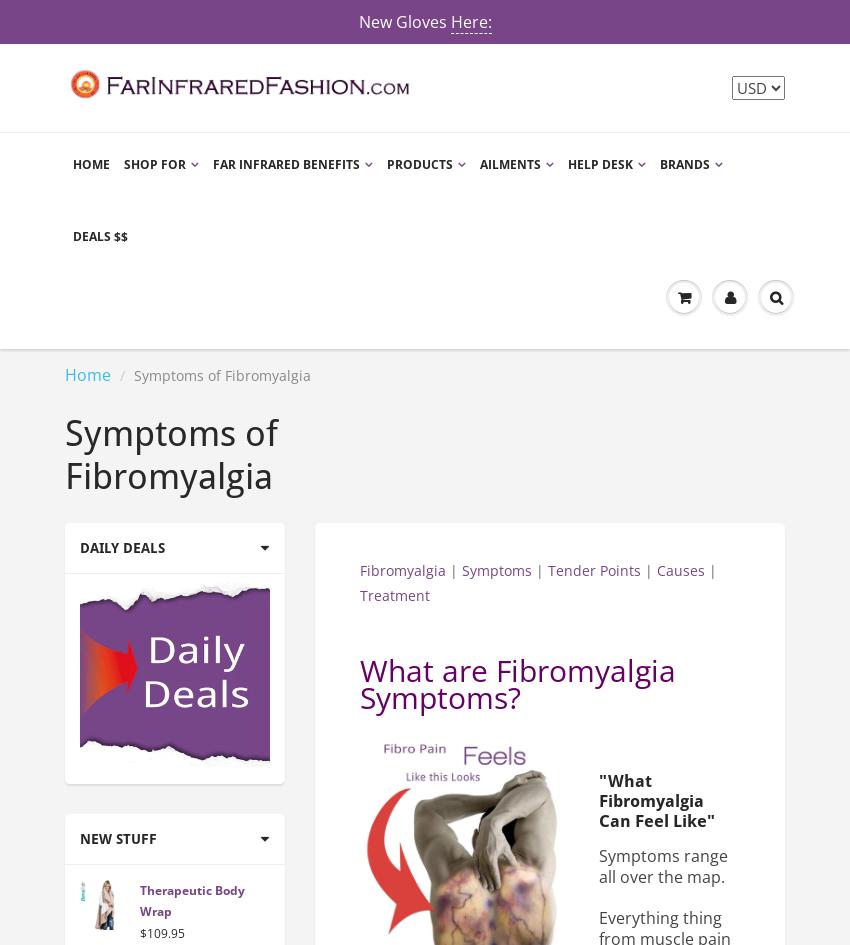 This screenshot has width=850, height=945. What do you see at coordinates (448, 22) in the screenshot?
I see `'Here:'` at bounding box center [448, 22].